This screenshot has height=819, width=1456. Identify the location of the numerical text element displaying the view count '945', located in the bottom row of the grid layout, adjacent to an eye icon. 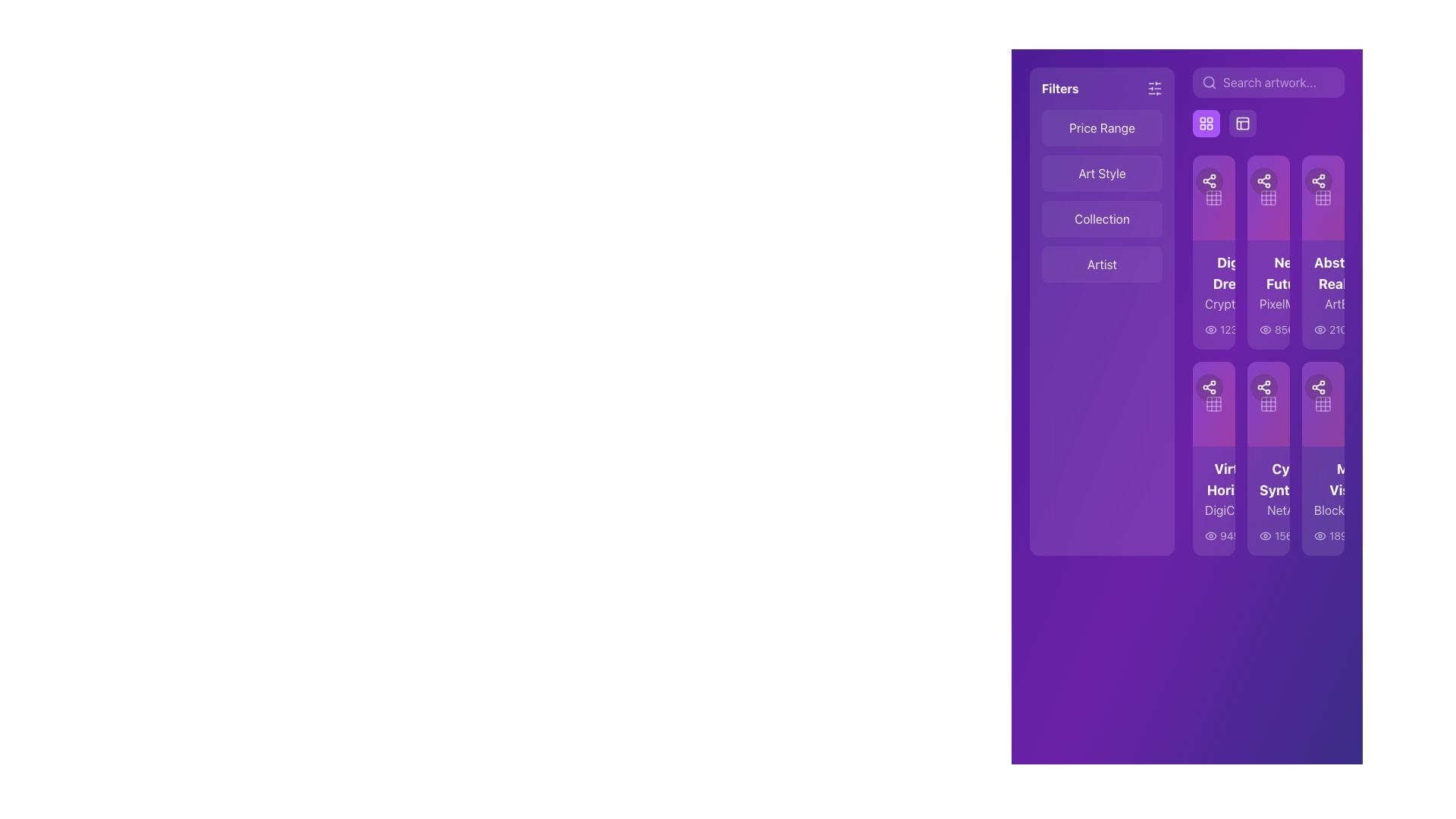
(1222, 535).